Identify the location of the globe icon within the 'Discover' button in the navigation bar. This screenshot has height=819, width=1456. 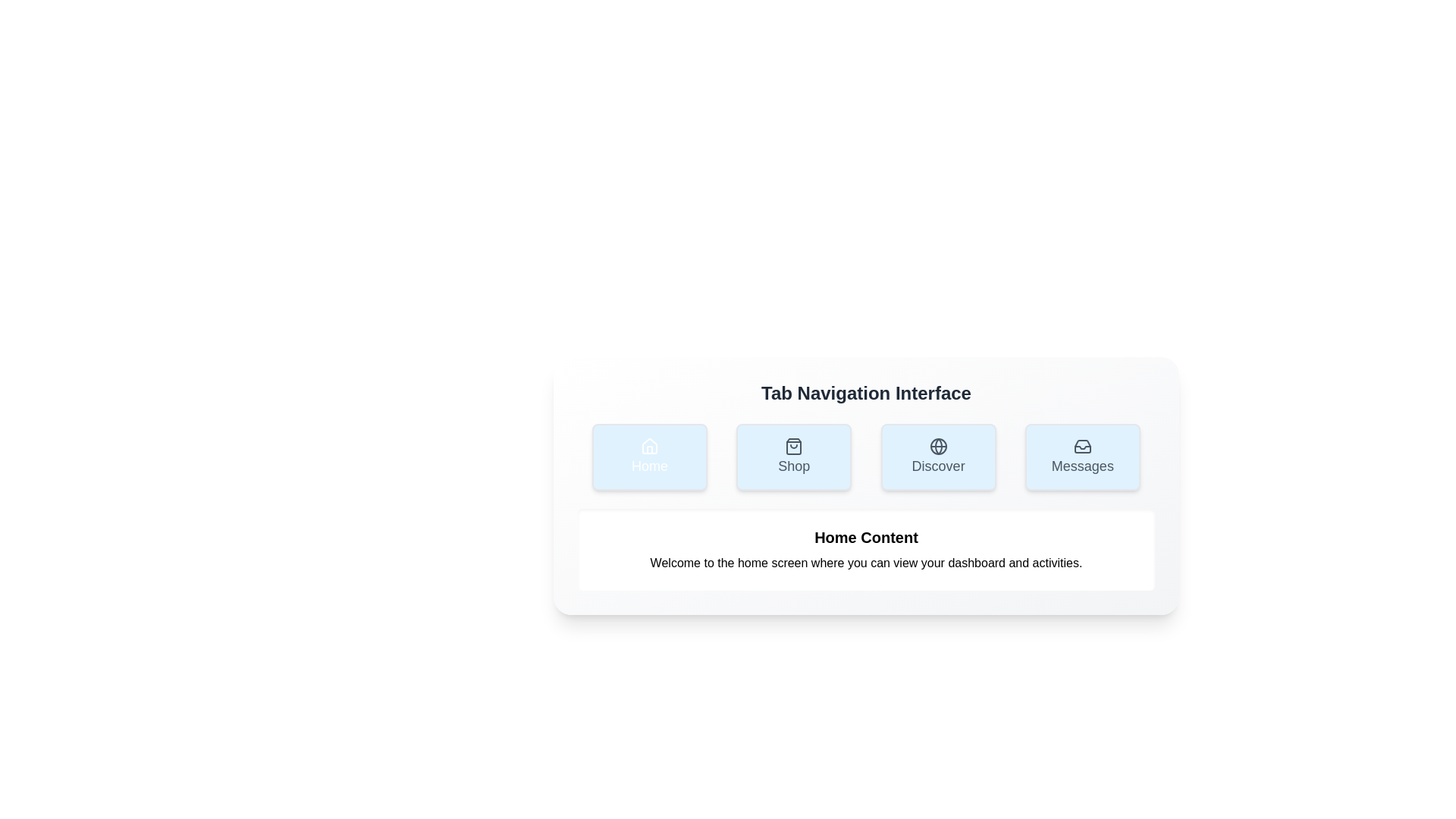
(937, 446).